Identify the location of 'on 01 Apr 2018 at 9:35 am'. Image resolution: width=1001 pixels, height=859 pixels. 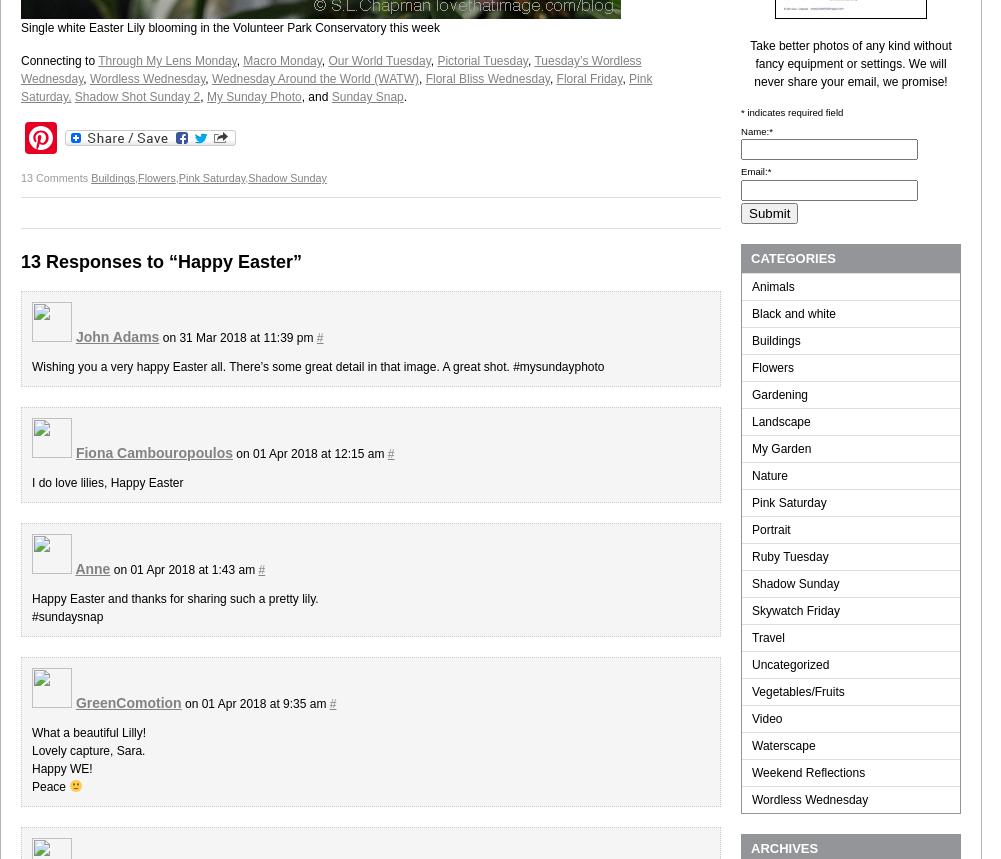
(253, 704).